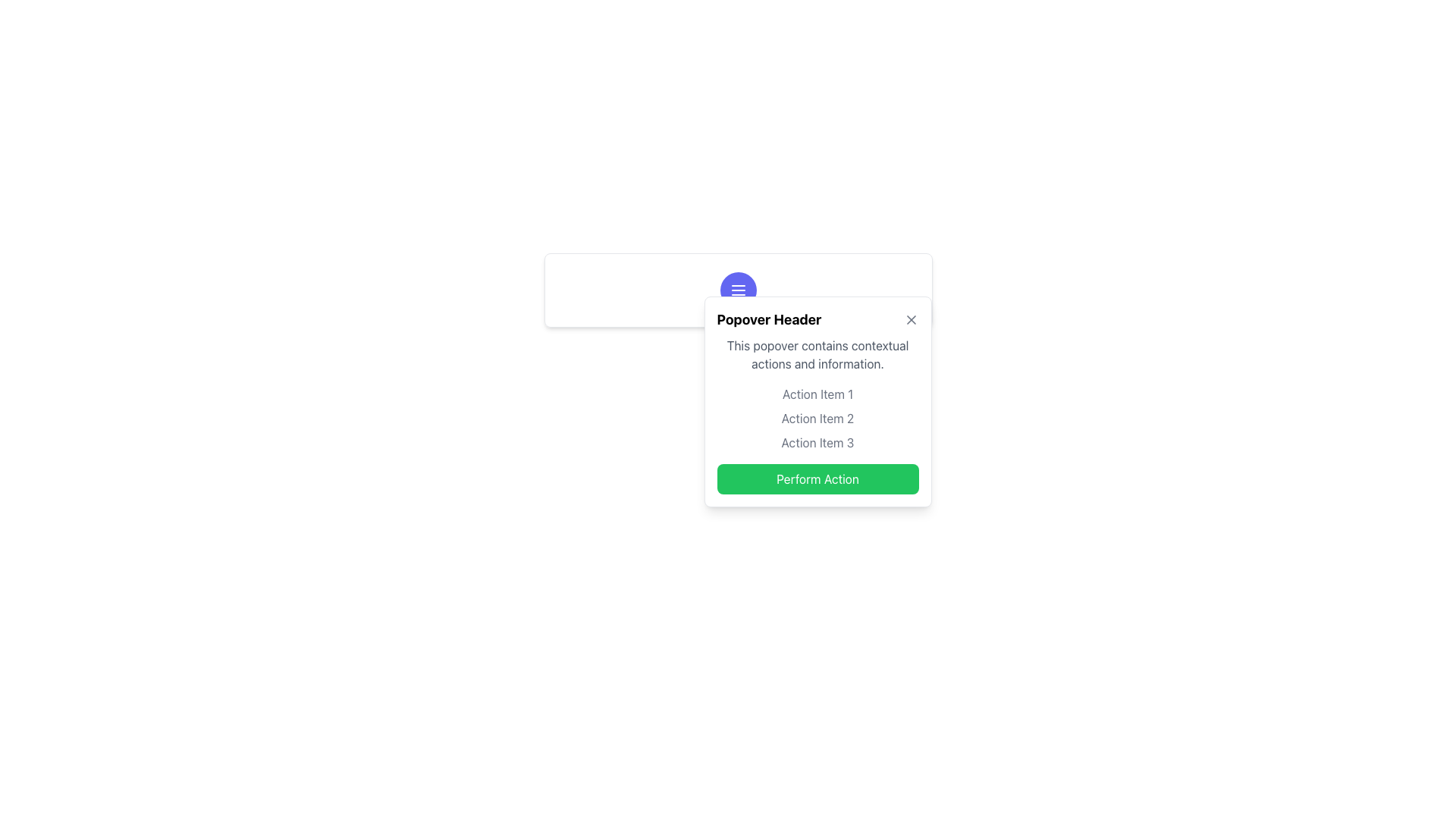 The image size is (1456, 819). What do you see at coordinates (738, 290) in the screenshot?
I see `the menu button located at the top section of the popover, directly above the 'Popover Header'` at bounding box center [738, 290].